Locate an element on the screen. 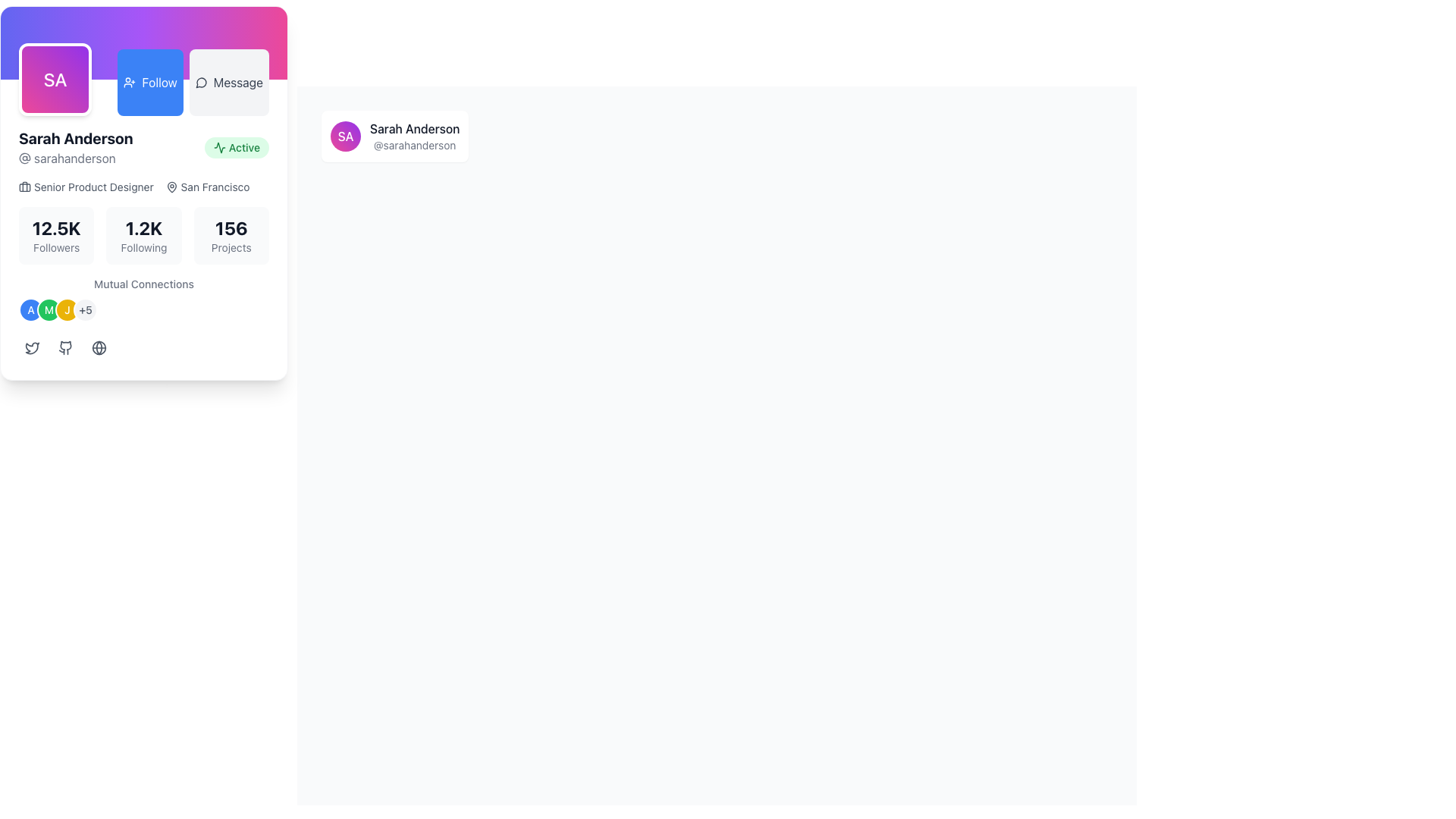 The height and width of the screenshot is (819, 1456). the avatar element labeled 'M', which is the second circle in the row of four circles beneath the 'Mutual Connections' label in the user profile card is located at coordinates (49, 309).